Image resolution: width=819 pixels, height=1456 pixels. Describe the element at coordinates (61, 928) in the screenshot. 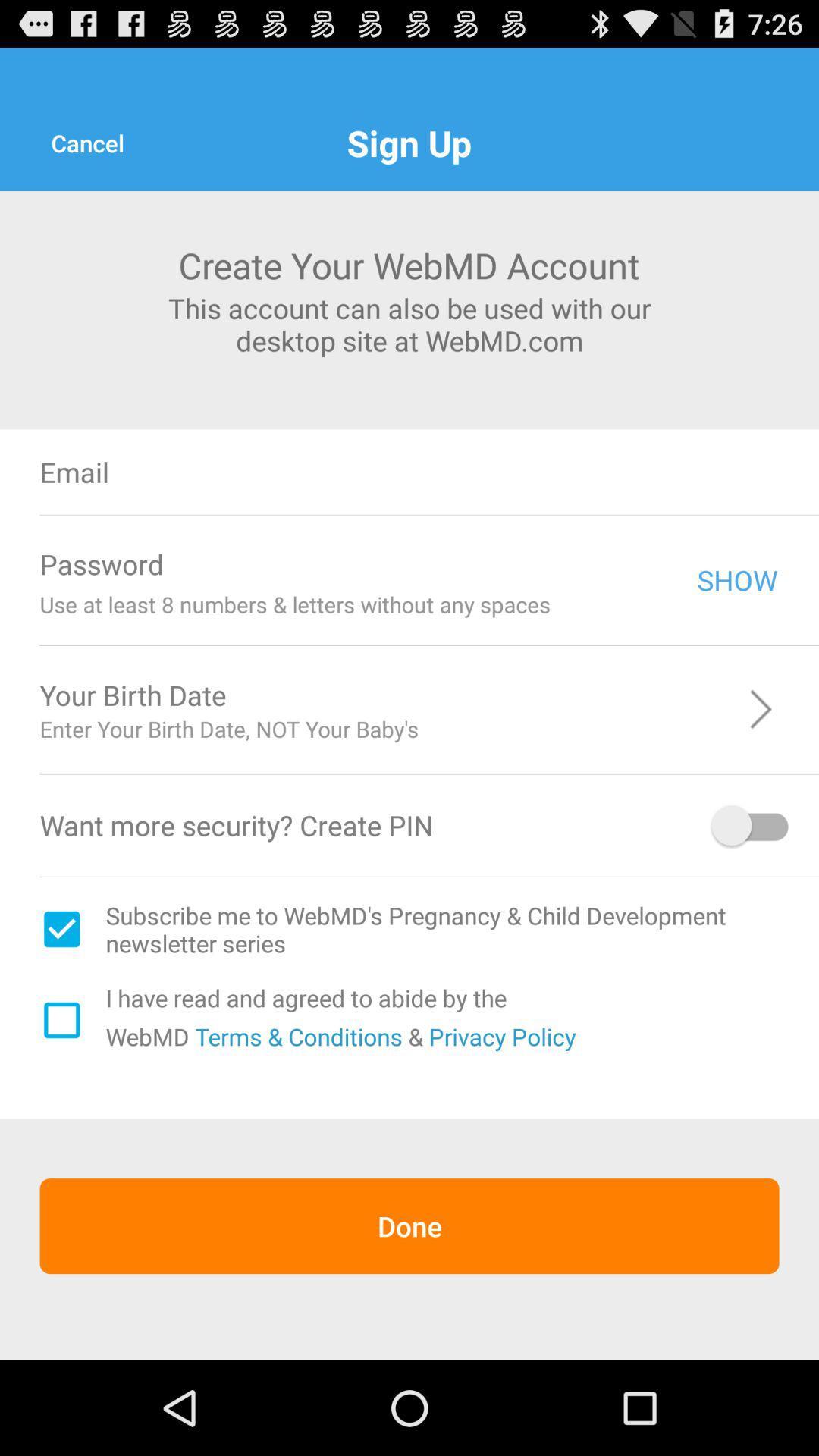

I see `the item to the left of subscribe me to item` at that location.